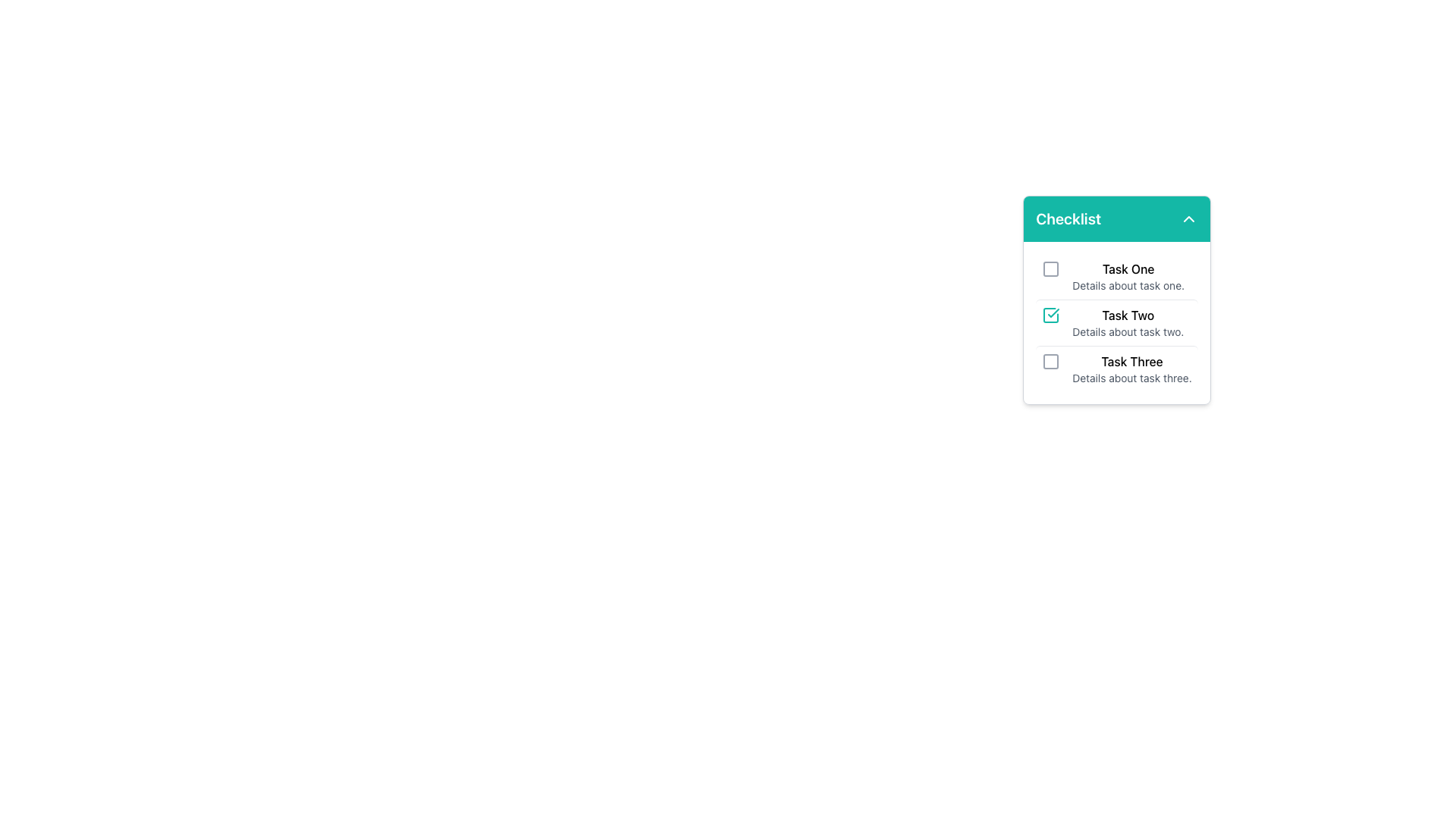 This screenshot has height=819, width=1456. What do you see at coordinates (1050, 362) in the screenshot?
I see `the checkbox icon located to the left of 'Task Three' in the checklist to trigger hover effects` at bounding box center [1050, 362].